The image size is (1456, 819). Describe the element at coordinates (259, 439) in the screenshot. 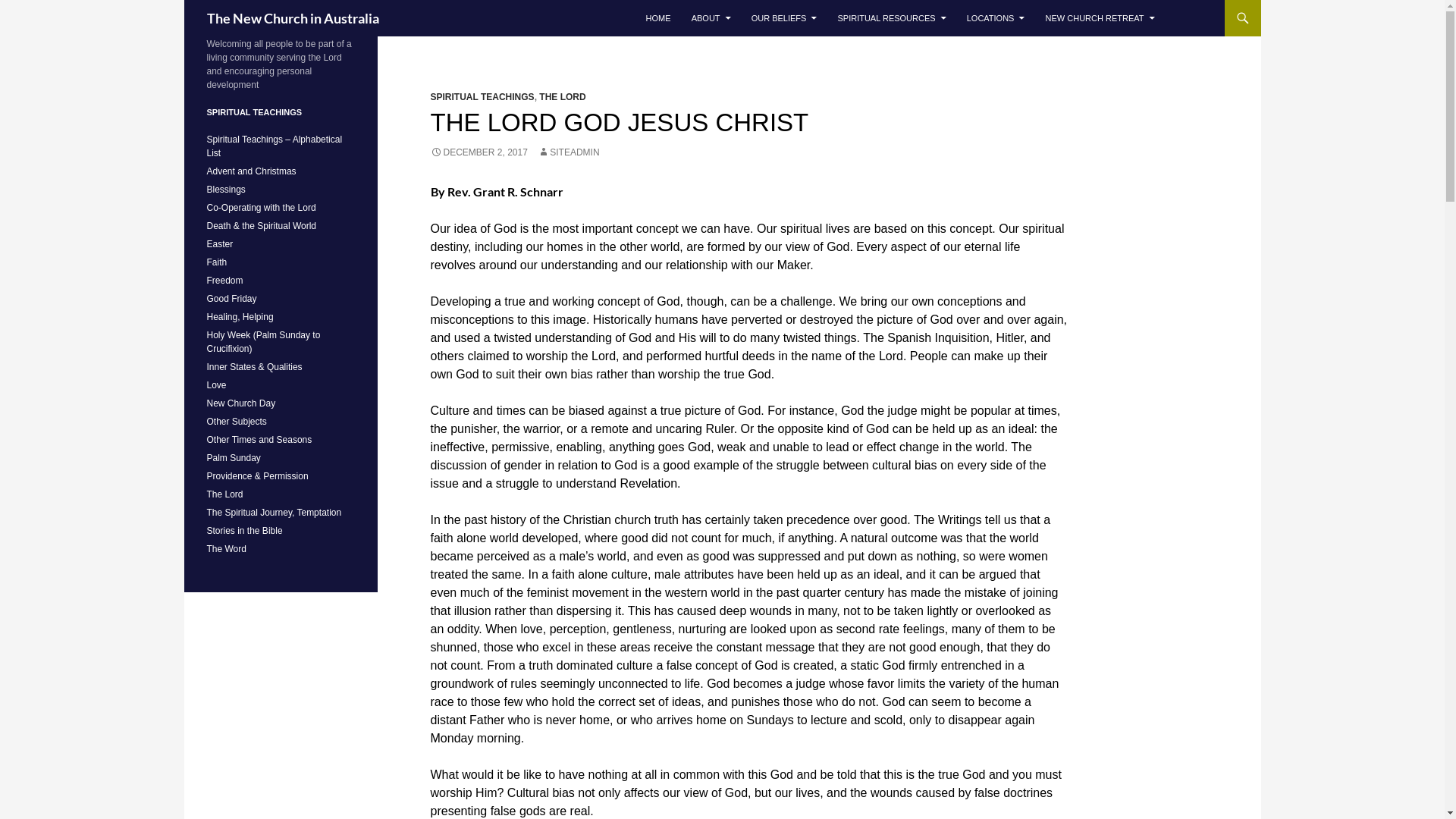

I see `'Other Times and Seasons'` at that location.